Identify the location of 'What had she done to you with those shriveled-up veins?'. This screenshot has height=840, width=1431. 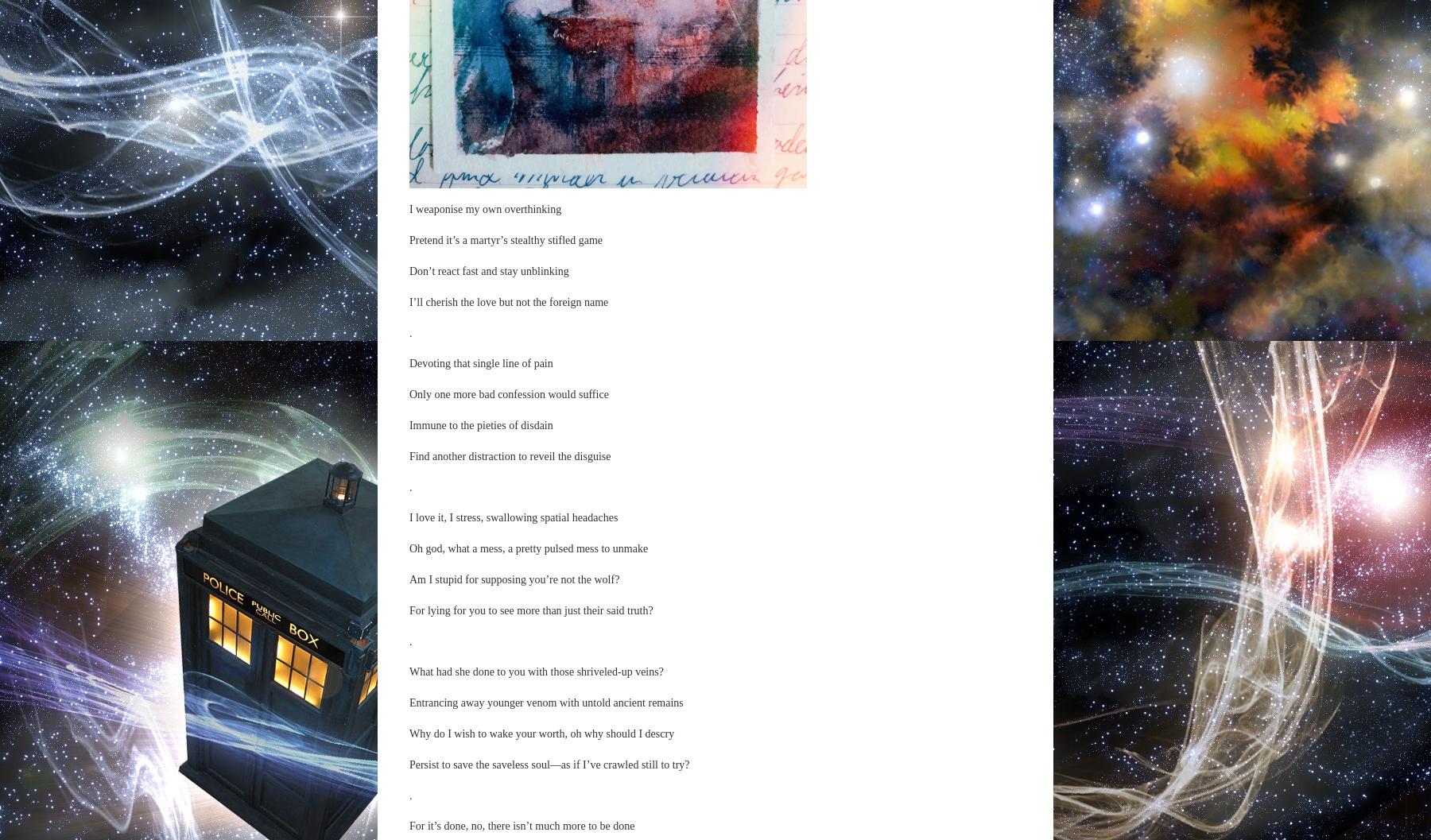
(535, 671).